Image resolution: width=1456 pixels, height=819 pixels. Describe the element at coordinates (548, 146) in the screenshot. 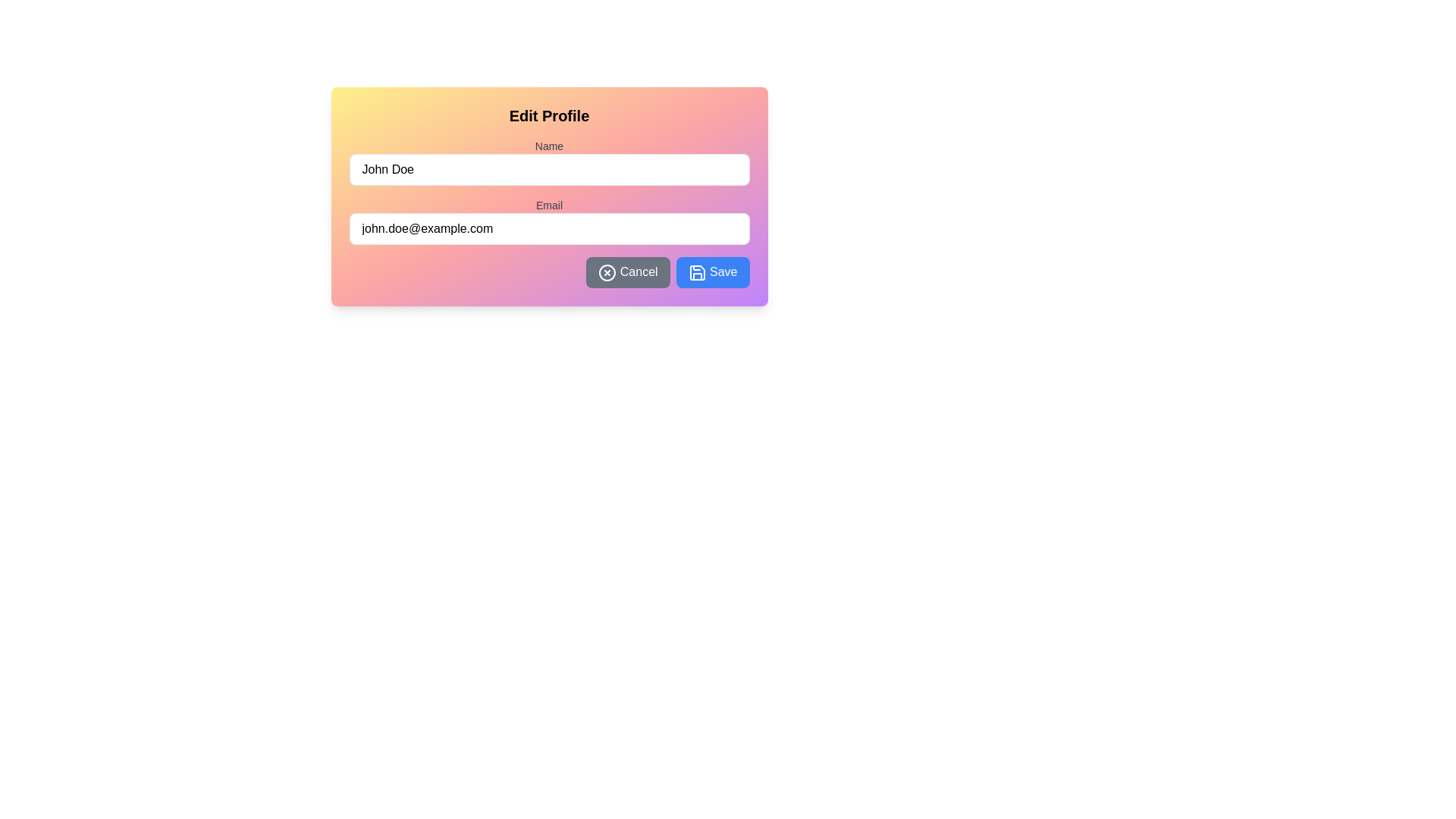

I see `the 'Name' text label that identifies the corresponding text input field below it` at that location.